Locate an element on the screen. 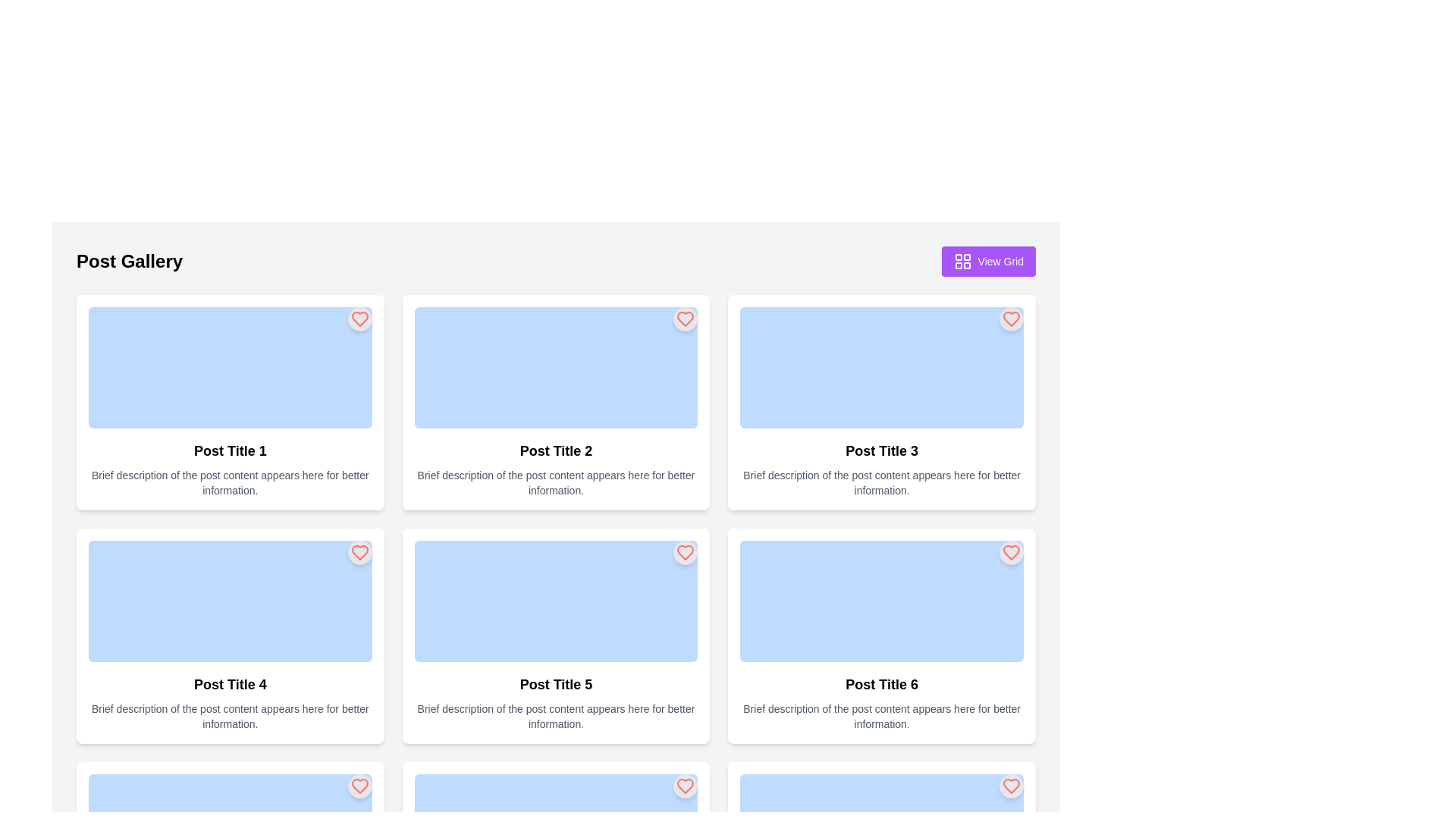 The image size is (1456, 819). the heart-shaped icon in the top-right corner of the 'Post Title 3' card is located at coordinates (1012, 318).